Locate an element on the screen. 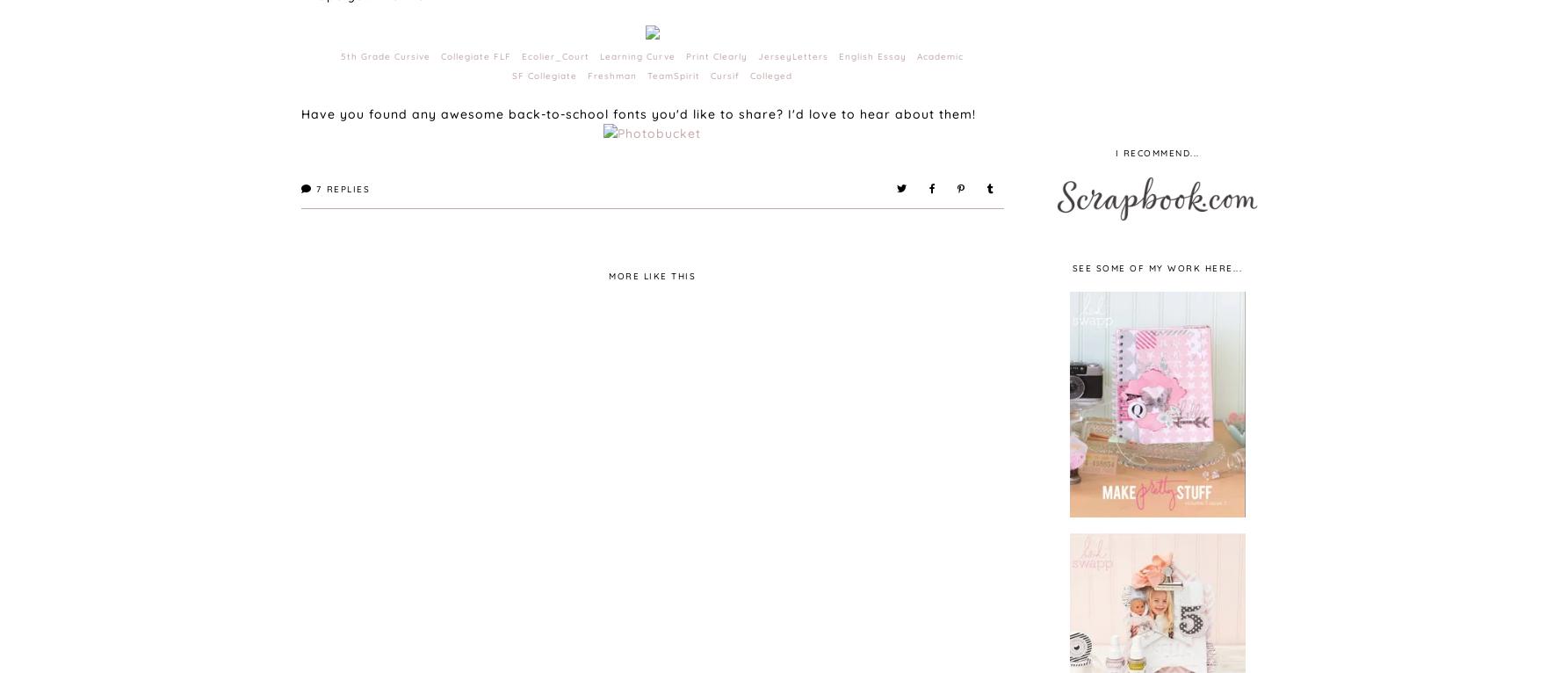 The height and width of the screenshot is (673, 1568). '5th Grade Cursive' is located at coordinates (384, 55).